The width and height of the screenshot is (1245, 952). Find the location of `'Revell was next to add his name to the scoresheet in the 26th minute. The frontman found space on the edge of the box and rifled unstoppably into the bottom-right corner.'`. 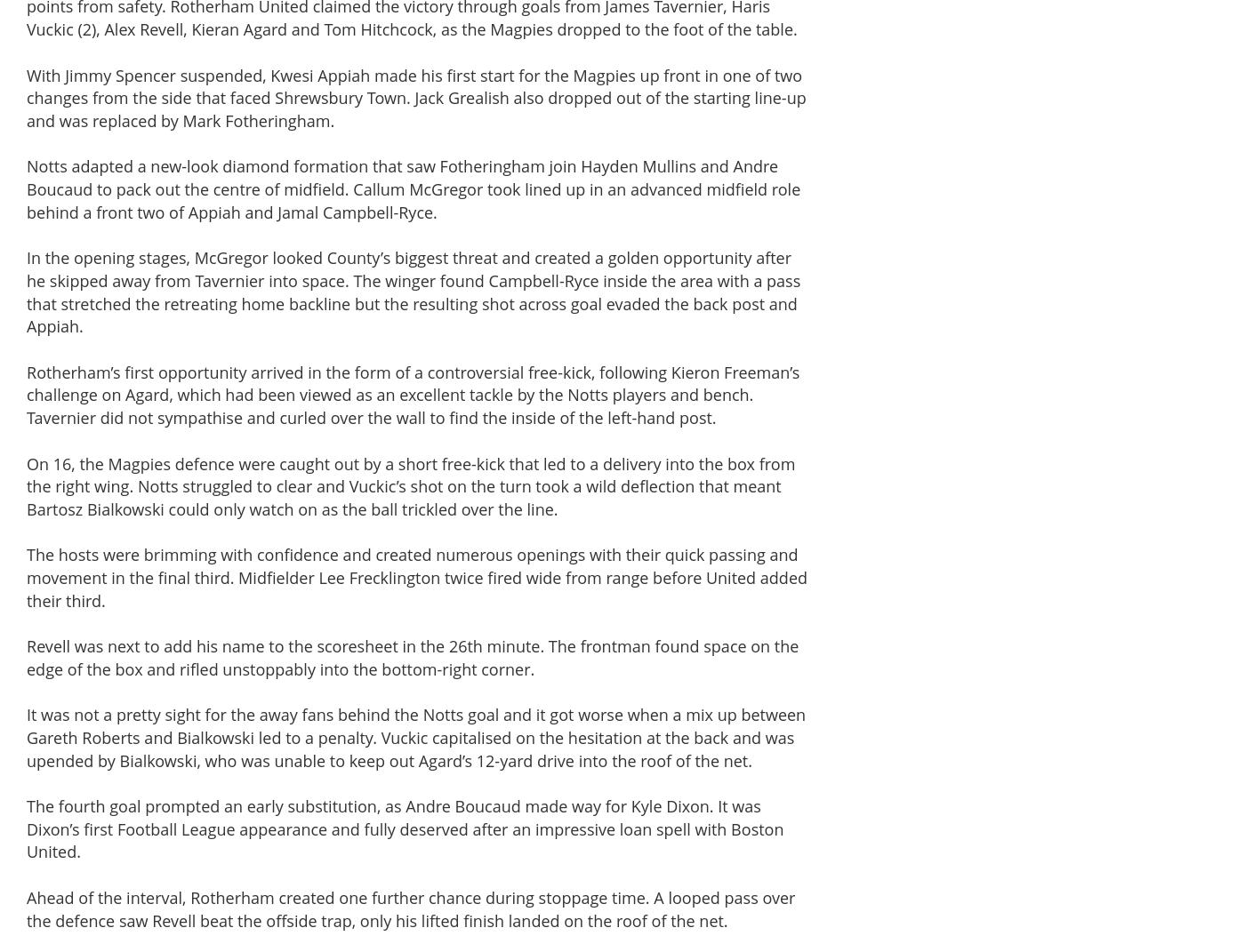

'Revell was next to add his name to the scoresheet in the 26th minute. The frontman found space on the edge of the box and rifled unstoppably into the bottom-right corner.' is located at coordinates (412, 657).